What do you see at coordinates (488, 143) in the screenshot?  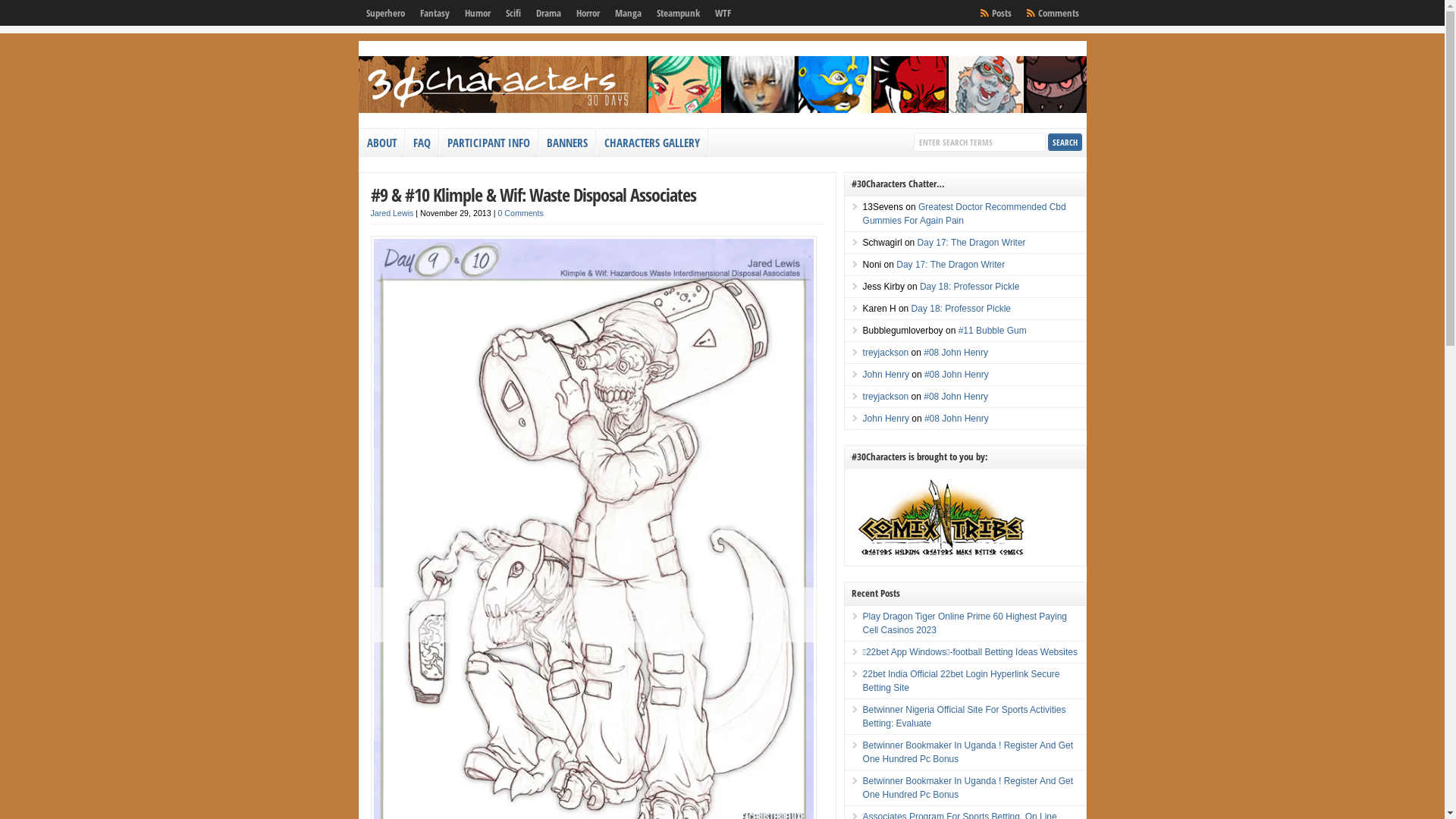 I see `'PARTICIPANT INFO'` at bounding box center [488, 143].